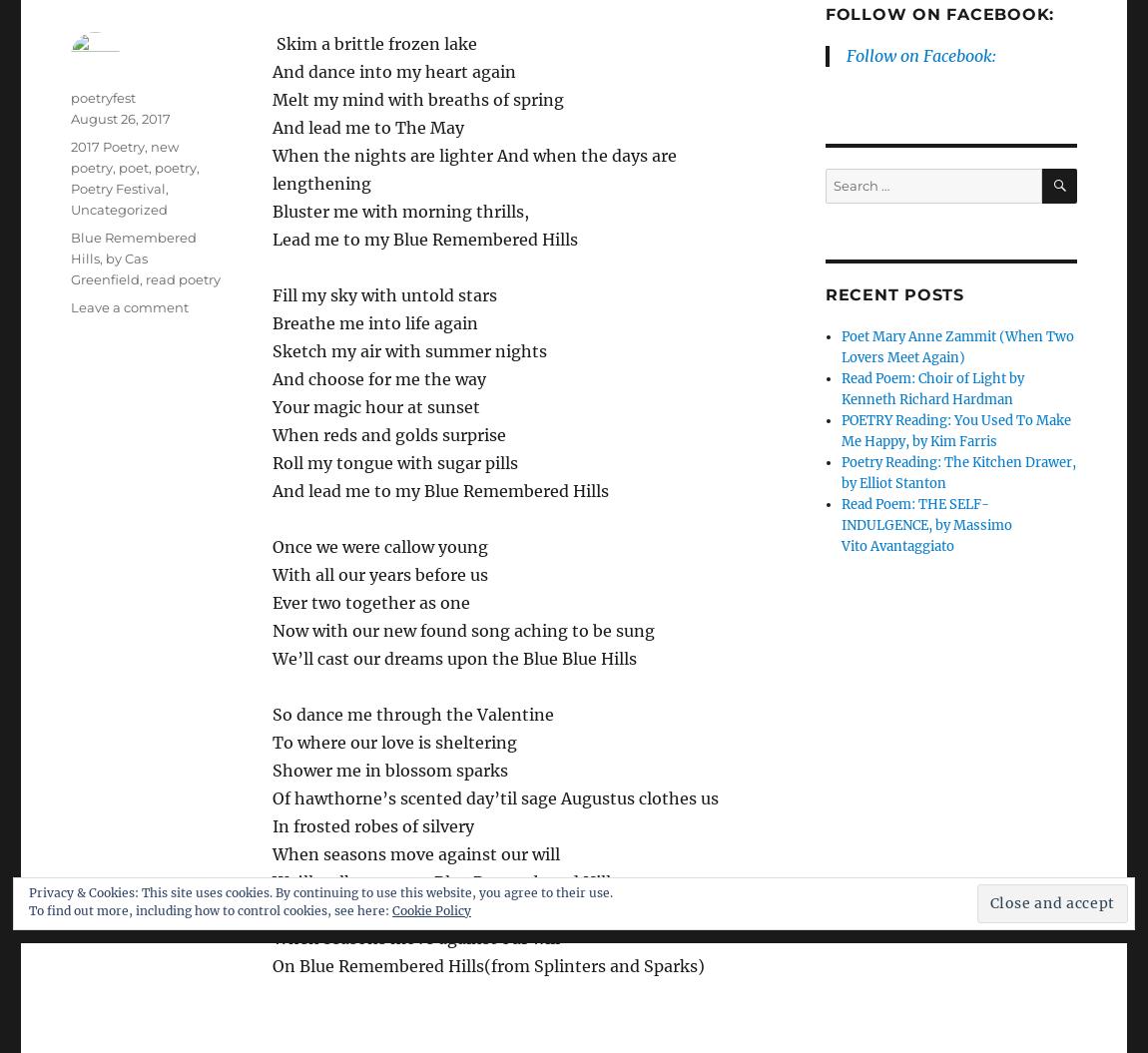 The height and width of the screenshot is (1053, 1148). Describe the element at coordinates (106, 146) in the screenshot. I see `'2017 Poetry'` at that location.